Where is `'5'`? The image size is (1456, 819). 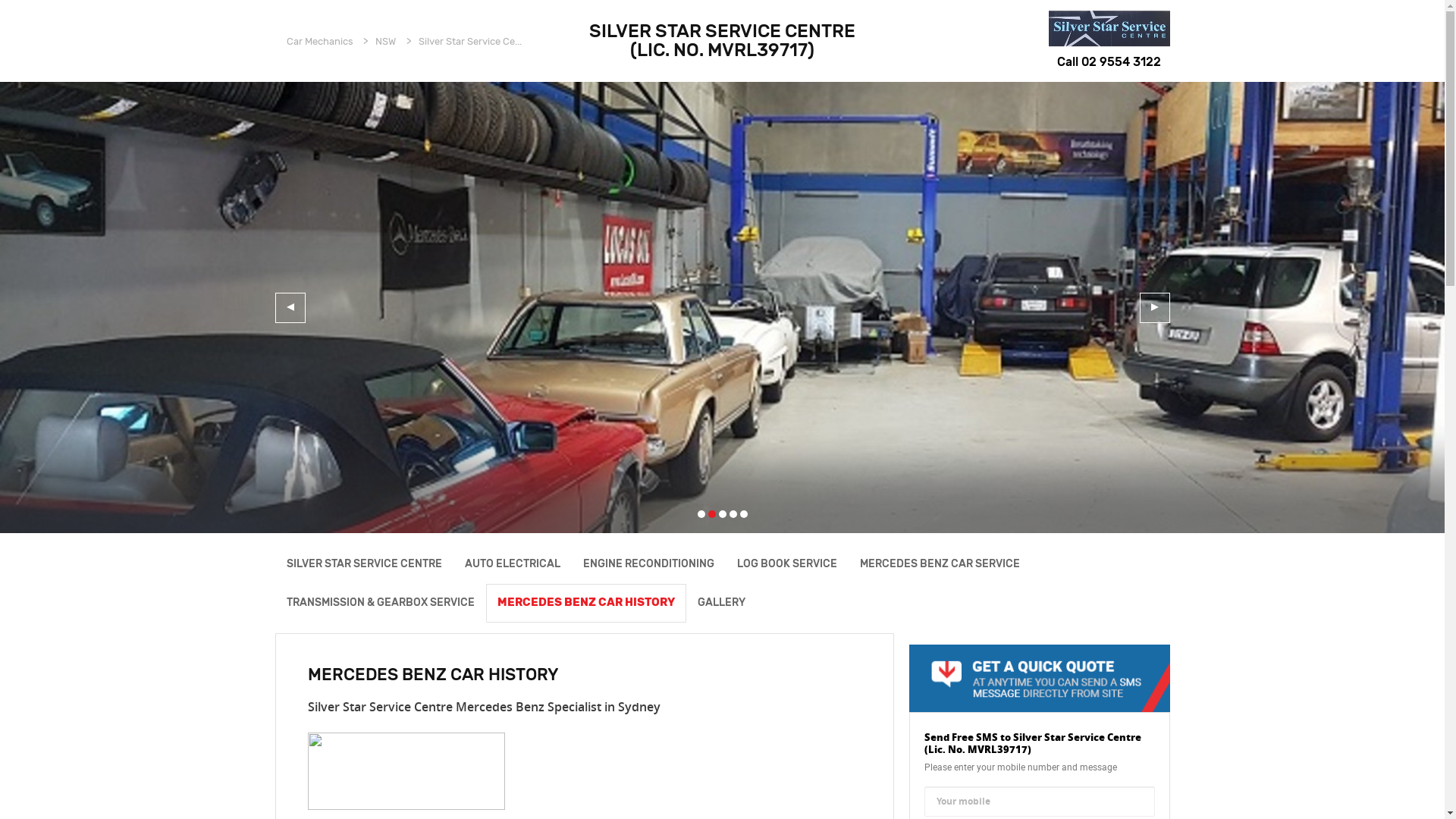
'5' is located at coordinates (743, 513).